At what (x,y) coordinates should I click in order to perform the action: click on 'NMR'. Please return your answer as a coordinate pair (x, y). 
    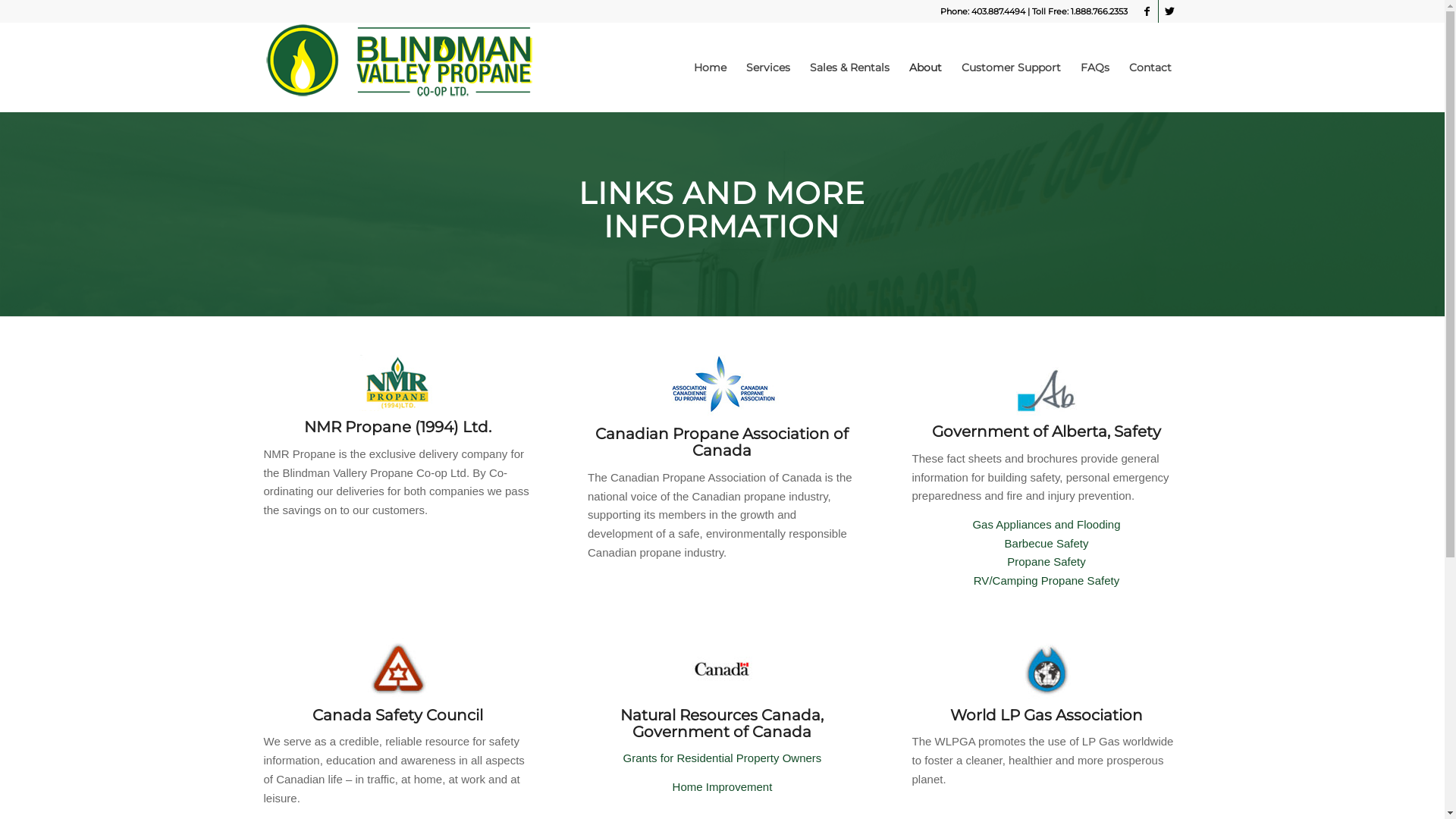
    Looking at the image, I should click on (397, 382).